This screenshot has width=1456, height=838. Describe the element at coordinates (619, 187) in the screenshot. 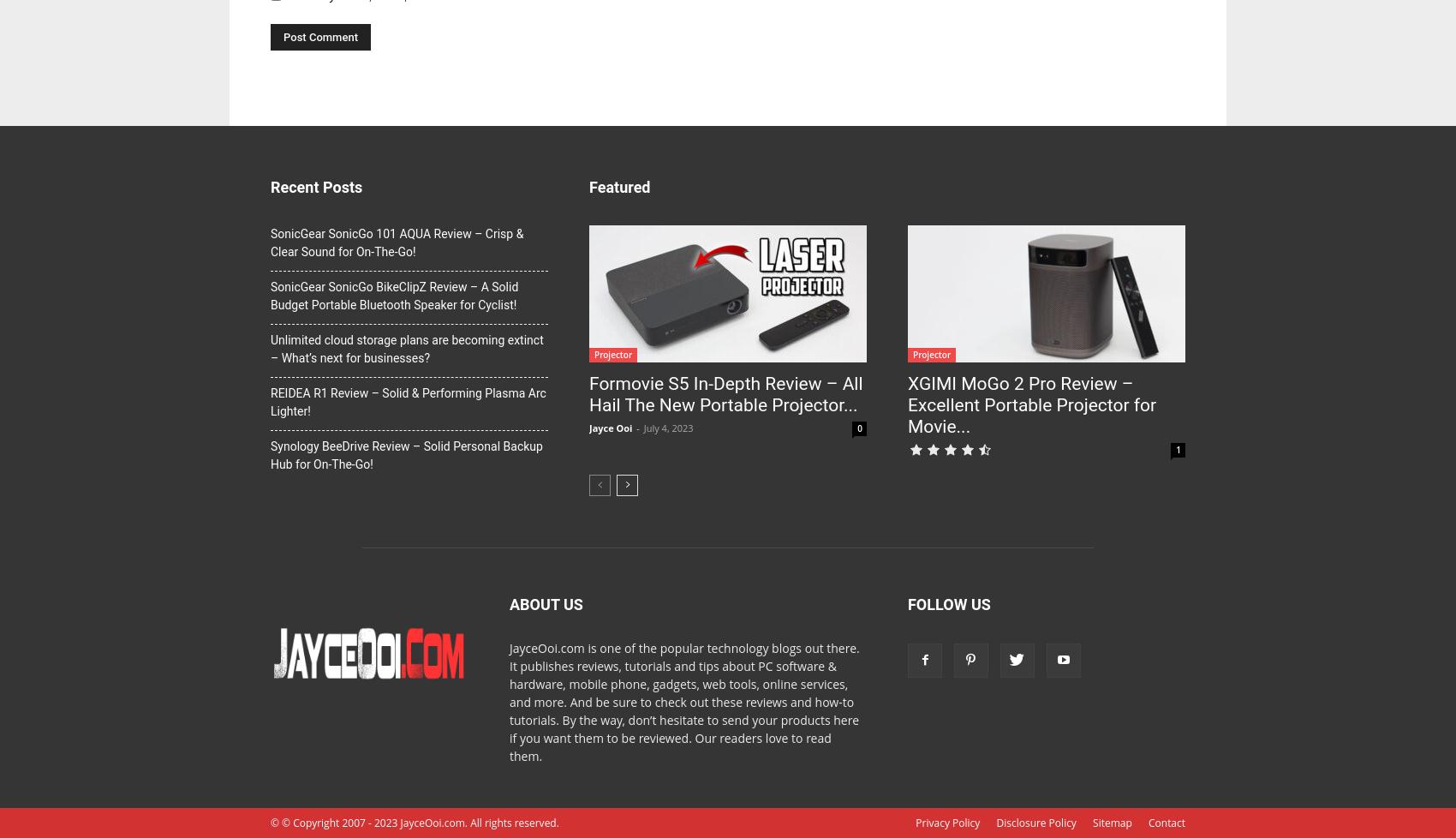

I see `'Featured'` at that location.